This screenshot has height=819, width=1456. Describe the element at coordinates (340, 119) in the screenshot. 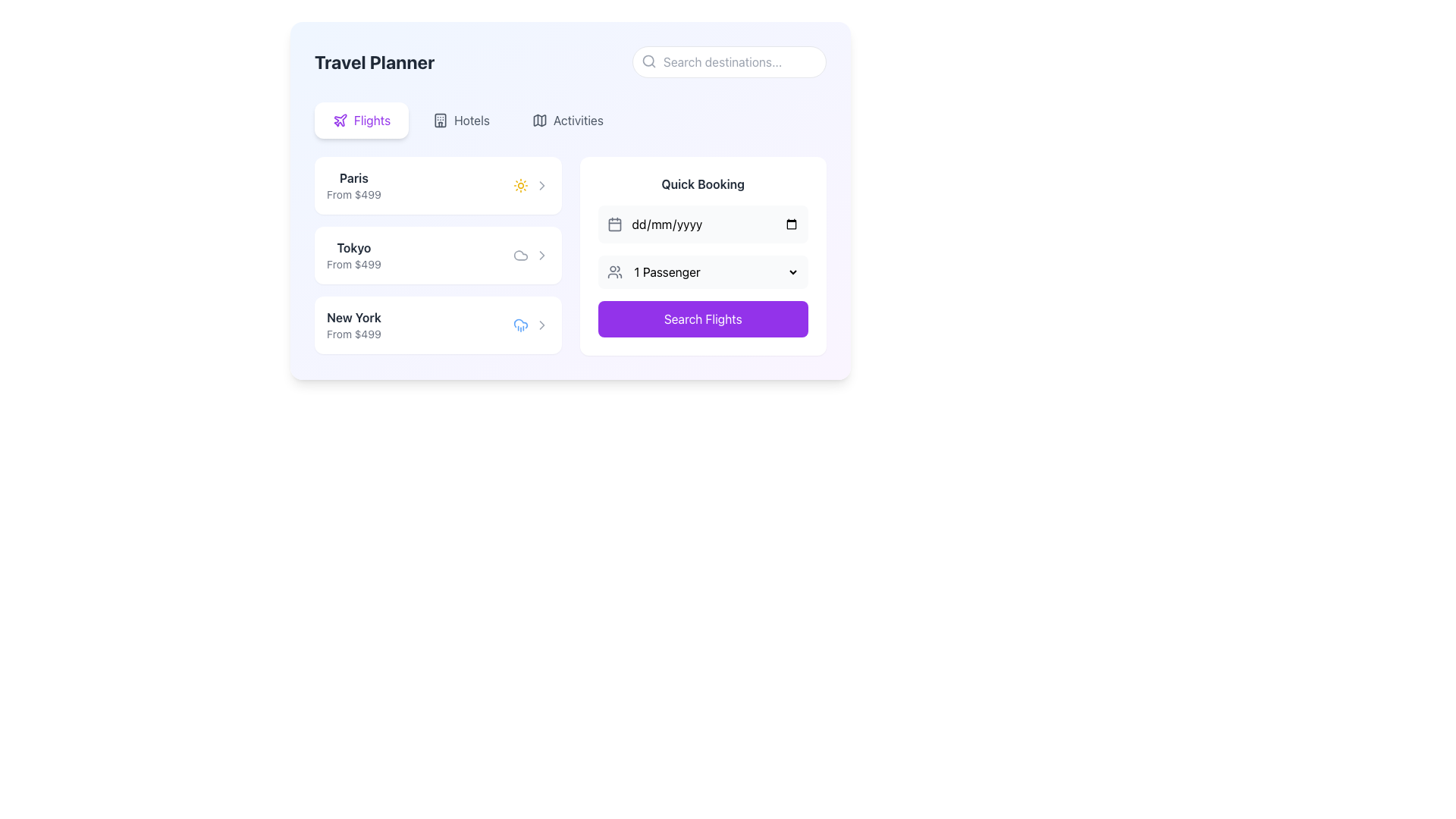

I see `the airplane icon located next to the 'Flights' tab header in the top-left region of the main interface` at that location.